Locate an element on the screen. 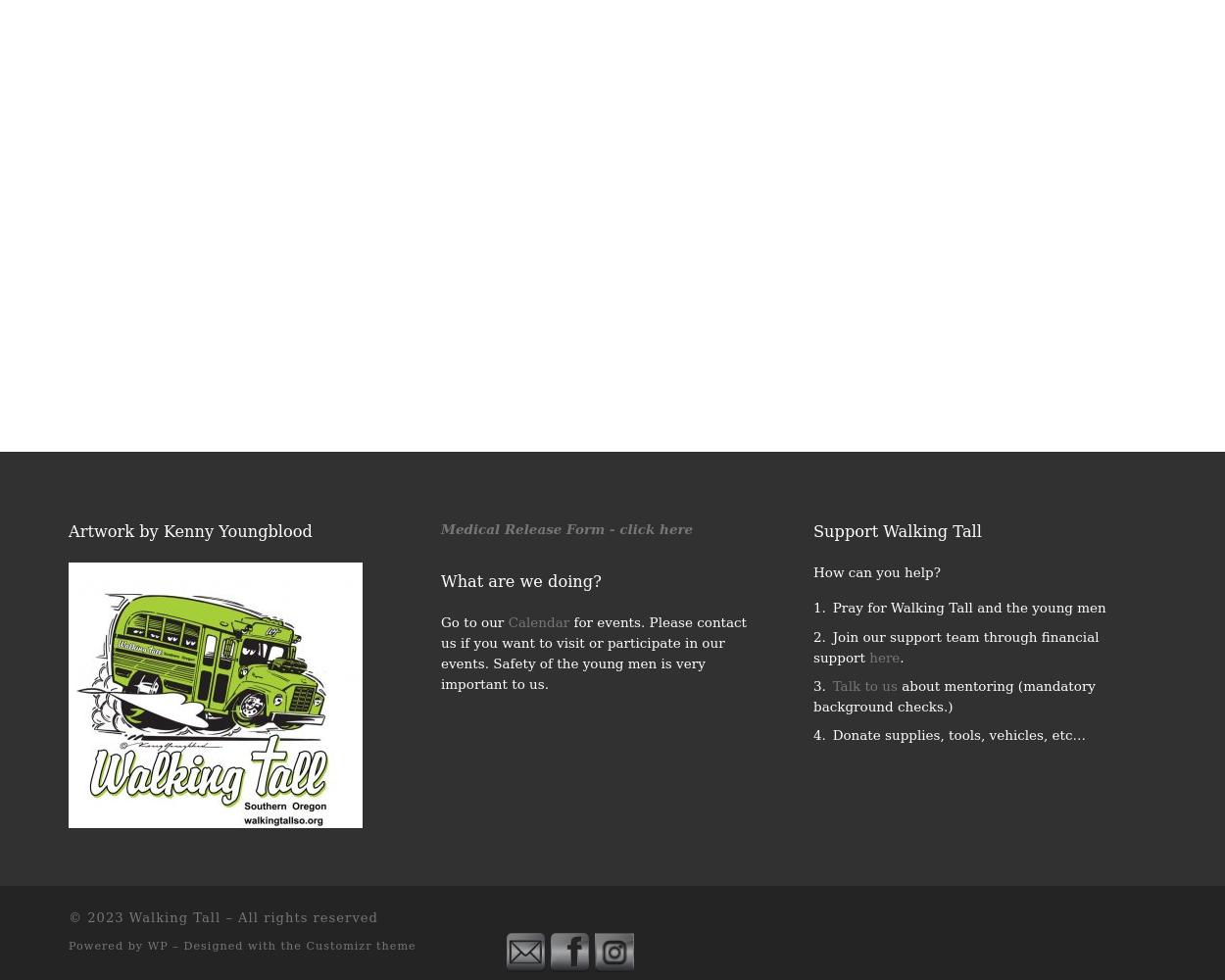  '.' is located at coordinates (902, 657).